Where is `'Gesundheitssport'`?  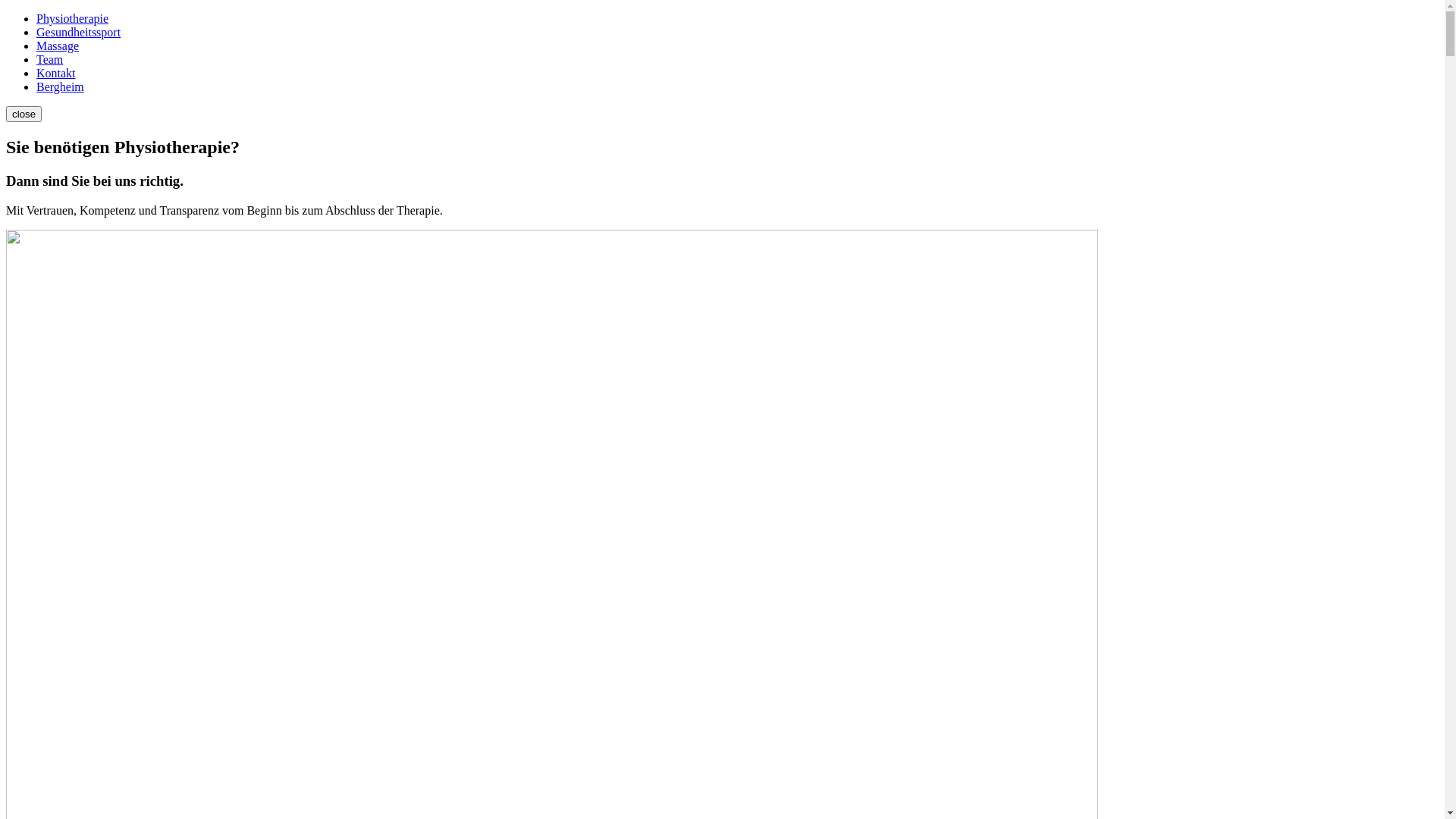 'Gesundheitssport' is located at coordinates (77, 32).